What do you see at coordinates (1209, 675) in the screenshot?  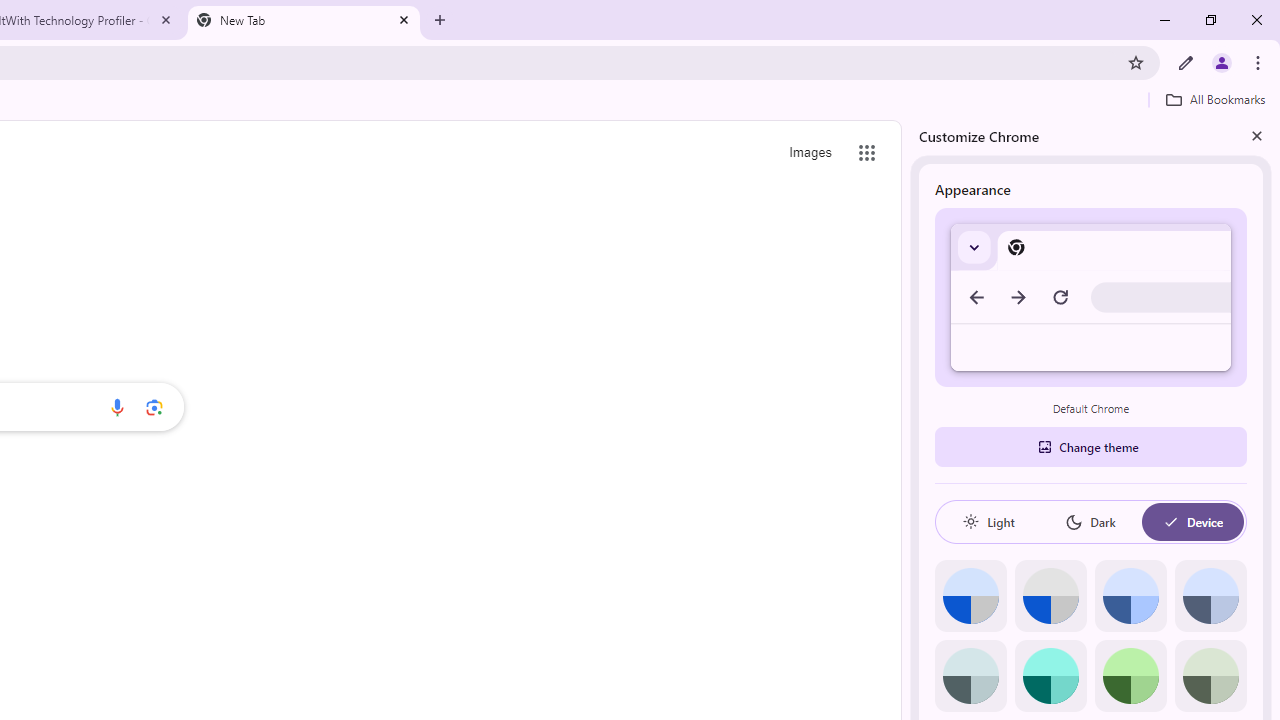 I see `'Viridian'` at bounding box center [1209, 675].